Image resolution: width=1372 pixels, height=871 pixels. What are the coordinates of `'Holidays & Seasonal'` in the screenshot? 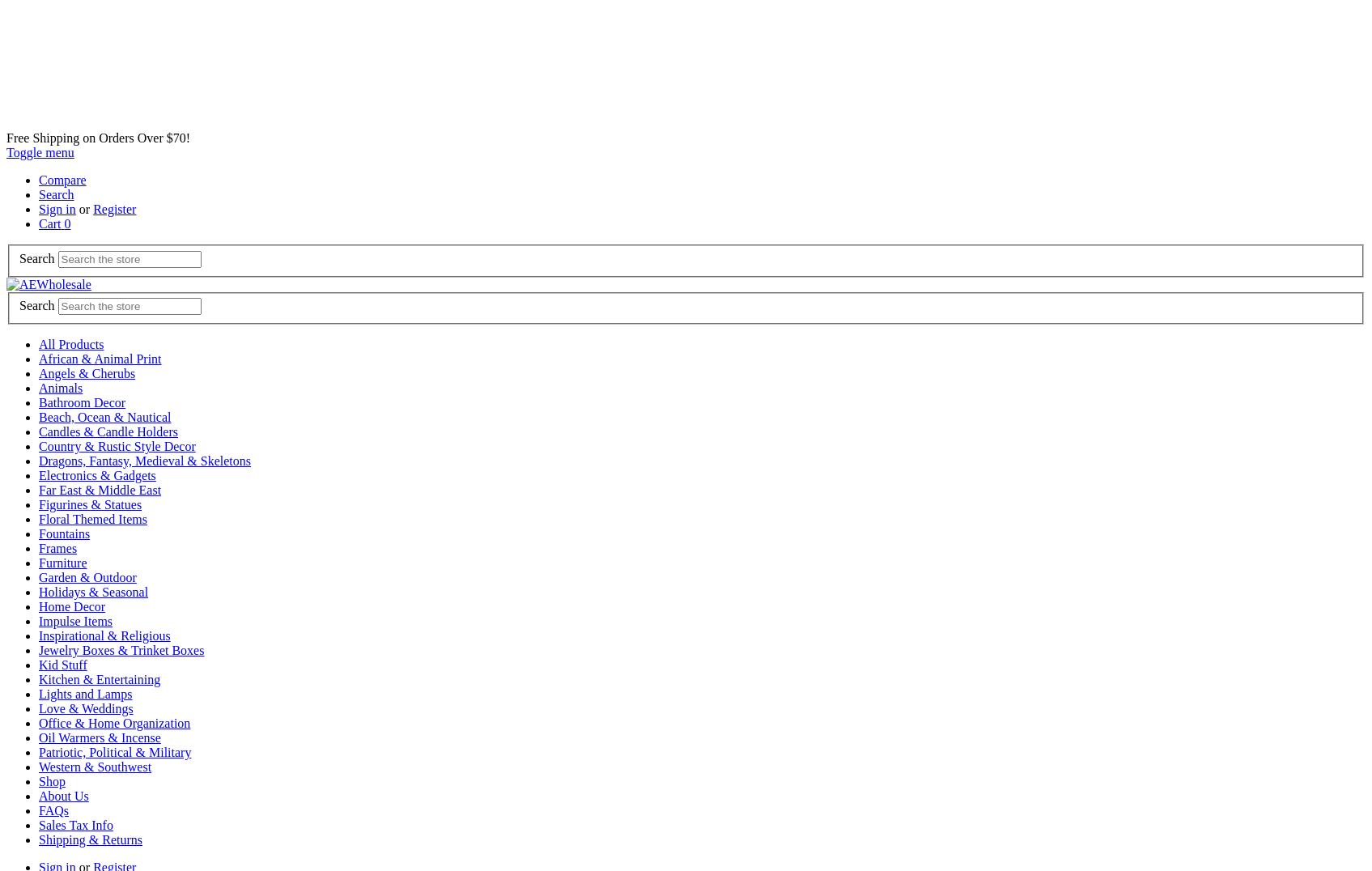 It's located at (92, 591).